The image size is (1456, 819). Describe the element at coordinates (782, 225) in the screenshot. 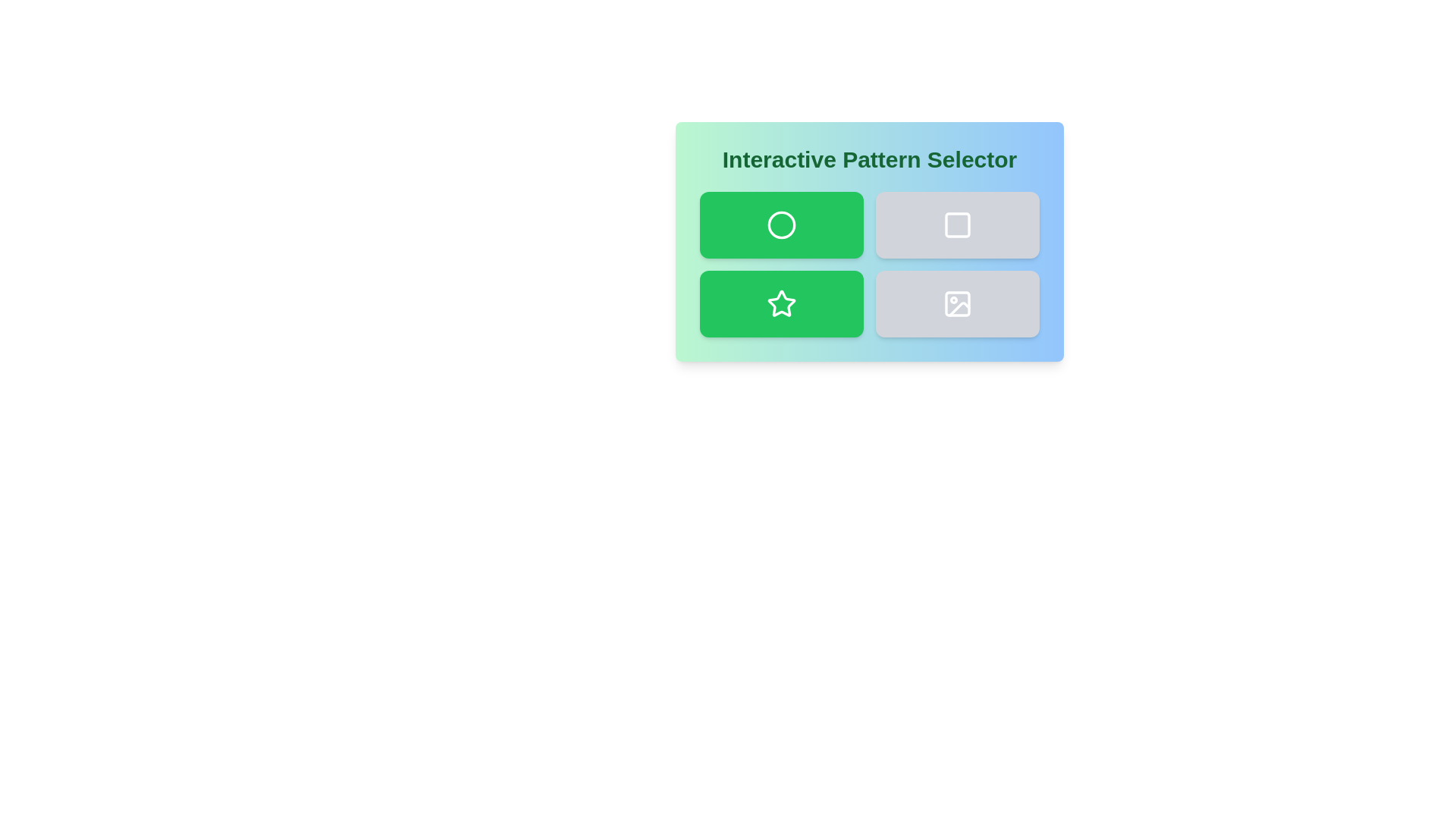

I see `the button corresponding to Circle` at that location.